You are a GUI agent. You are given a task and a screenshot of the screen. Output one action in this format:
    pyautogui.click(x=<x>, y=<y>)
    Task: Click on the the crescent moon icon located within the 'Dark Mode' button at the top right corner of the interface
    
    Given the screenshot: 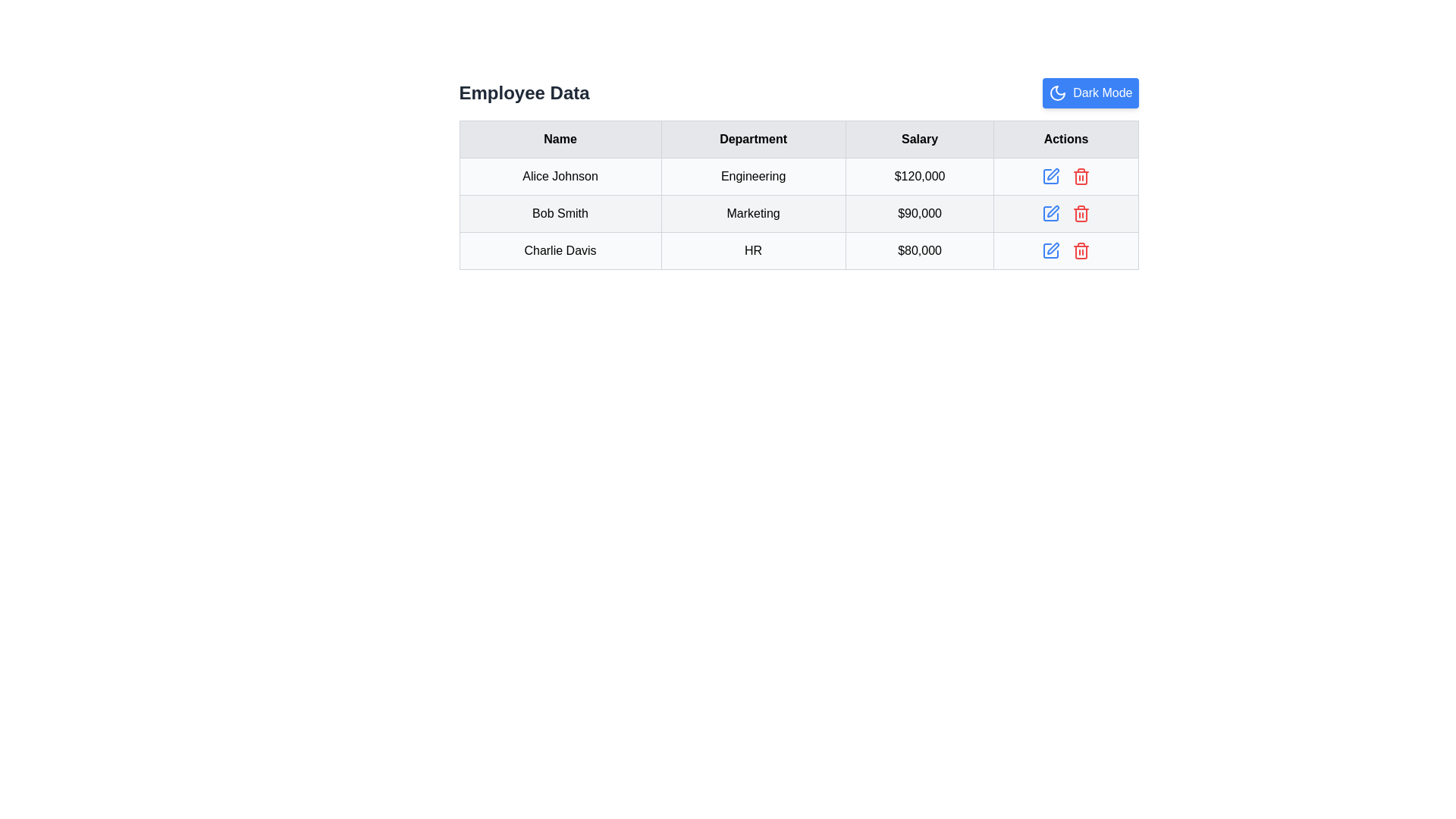 What is the action you would take?
    pyautogui.click(x=1057, y=93)
    